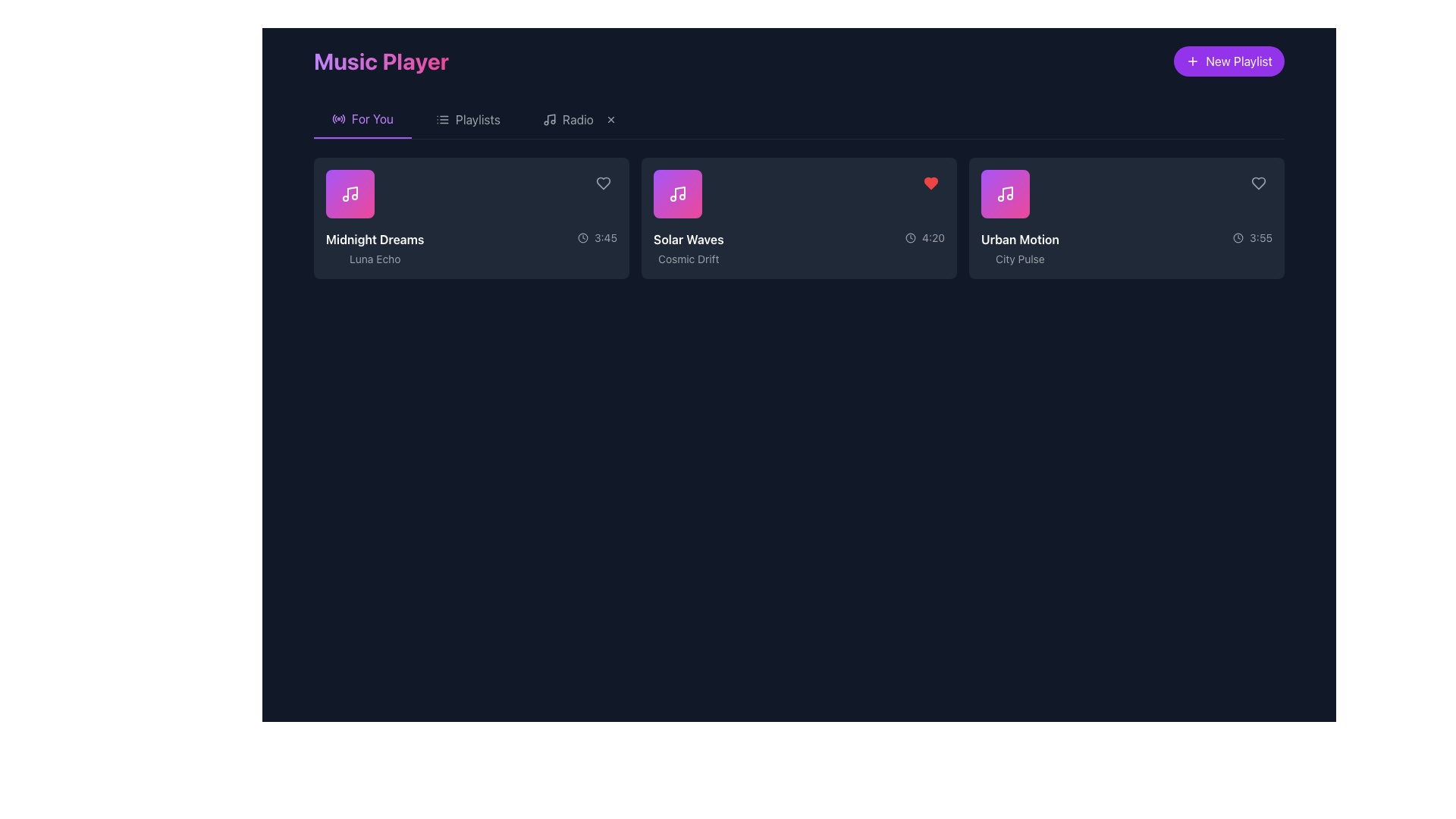 Image resolution: width=1456 pixels, height=819 pixels. What do you see at coordinates (442, 119) in the screenshot?
I see `the 'Playlists' icon, which is the leftmost element in the 'Playlists' section, to enhance recognizability` at bounding box center [442, 119].